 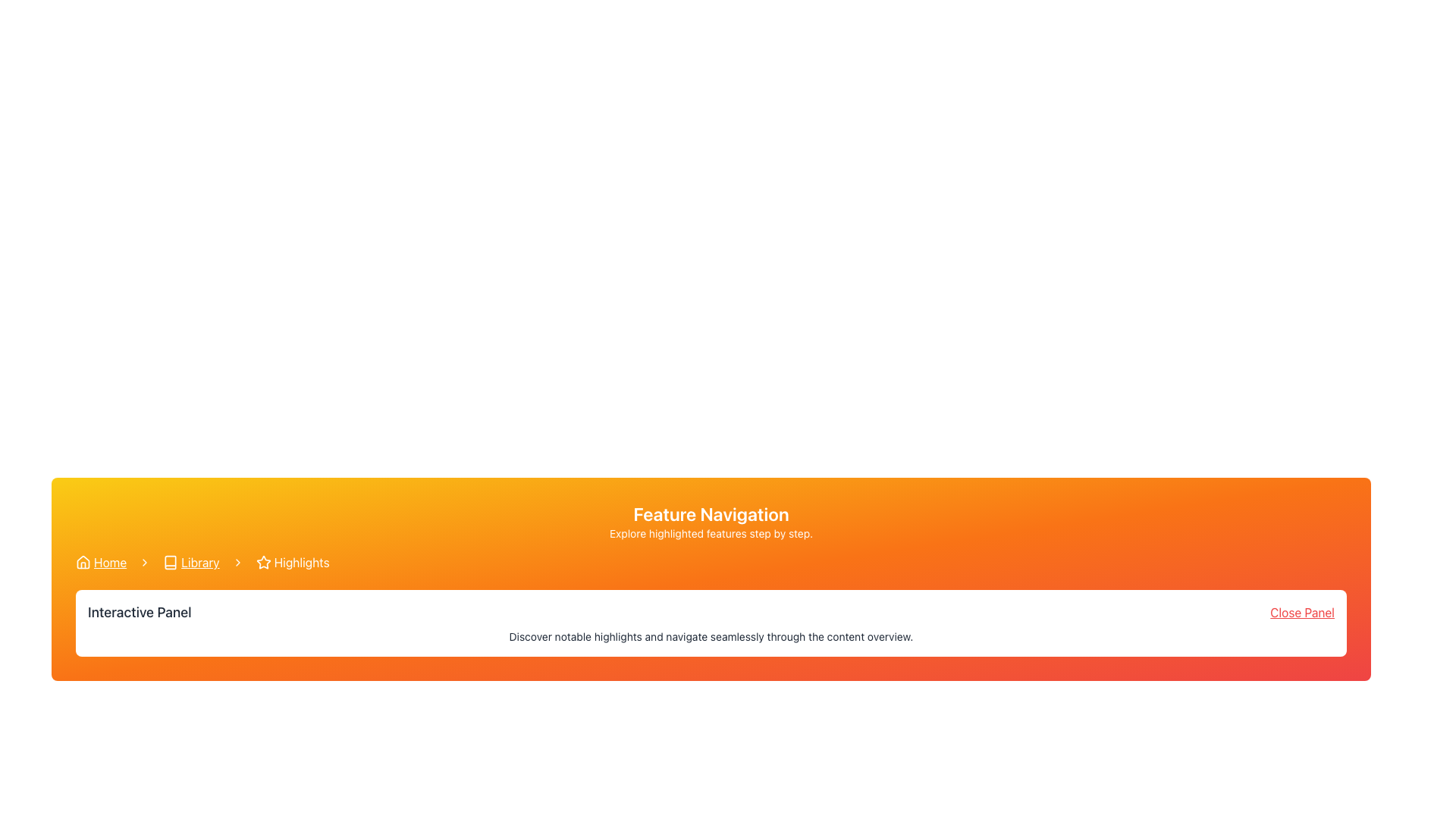 What do you see at coordinates (262, 561) in the screenshot?
I see `the stylized star icon filled with a yellow-orange gradient located in the breadcrumb navigation bar, specifically at the 'Highlights' breadcrumb link` at bounding box center [262, 561].